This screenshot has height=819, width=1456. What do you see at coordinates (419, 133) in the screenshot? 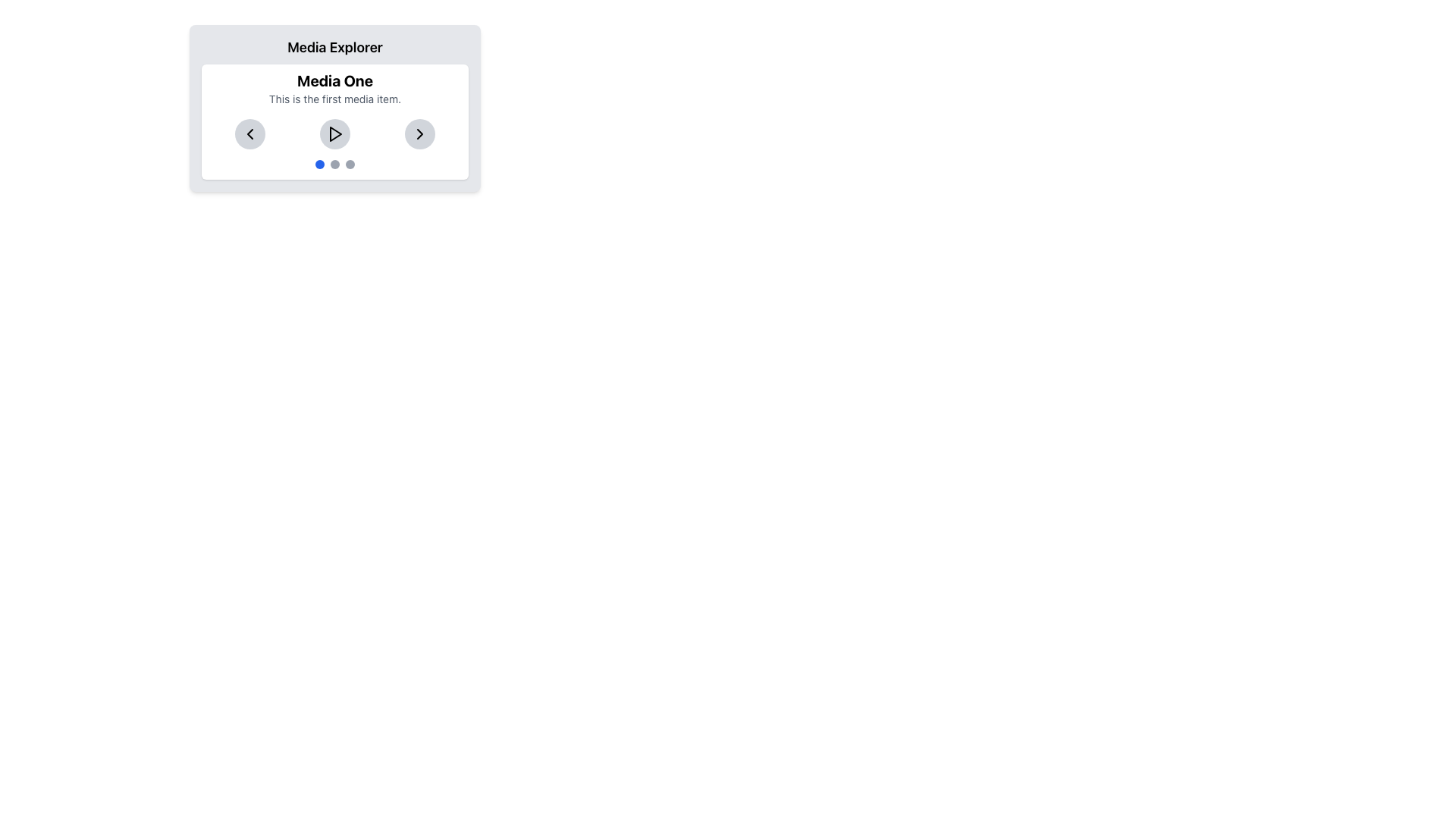
I see `the right-facing chevron icon button, which is located within a circular gray background near the bottom center of the media player card` at bounding box center [419, 133].